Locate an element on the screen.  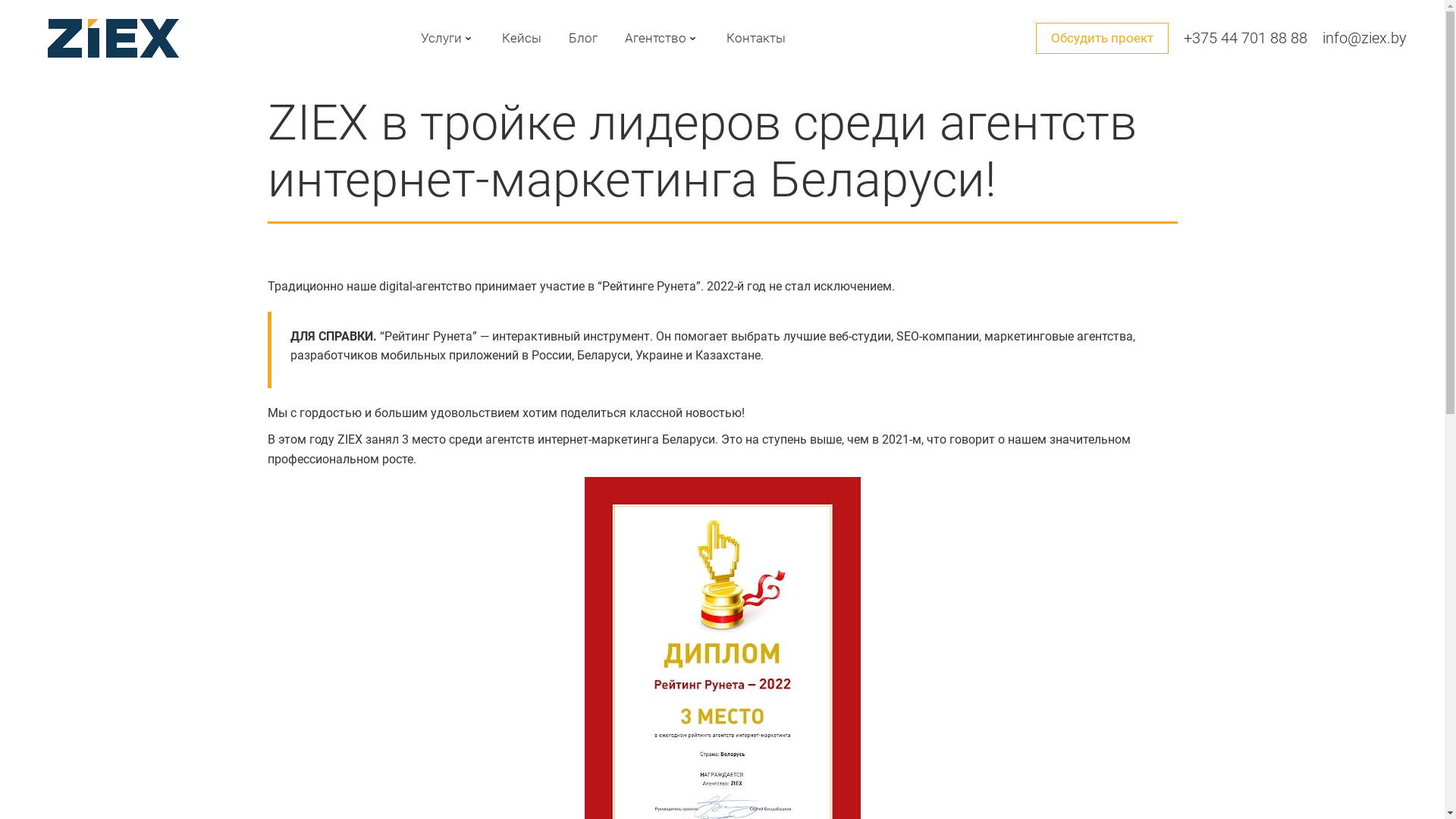
'+375 44 701 88 88' is located at coordinates (1245, 37).